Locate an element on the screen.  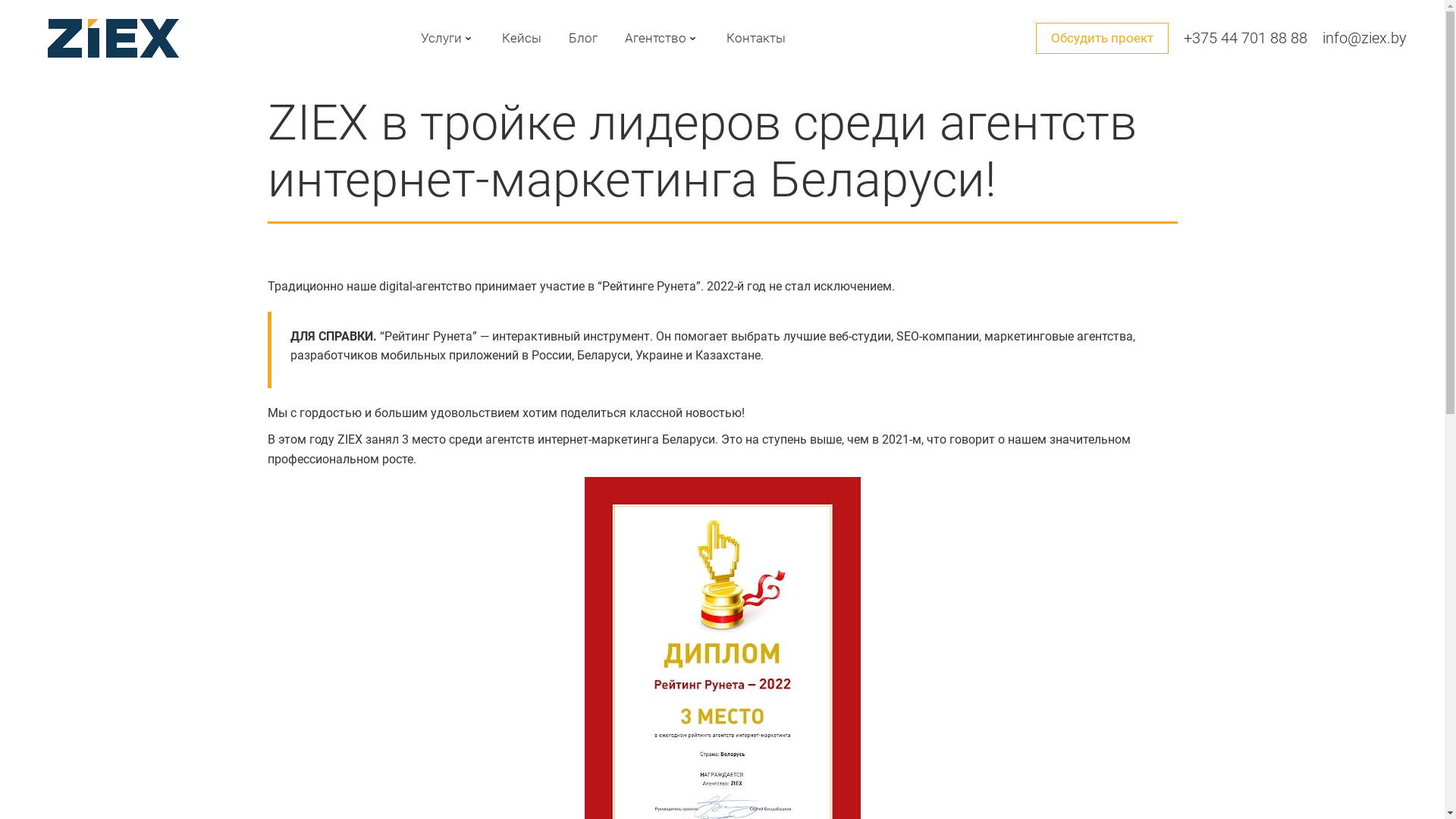
'+375 44 701 88 88' is located at coordinates (1245, 37).